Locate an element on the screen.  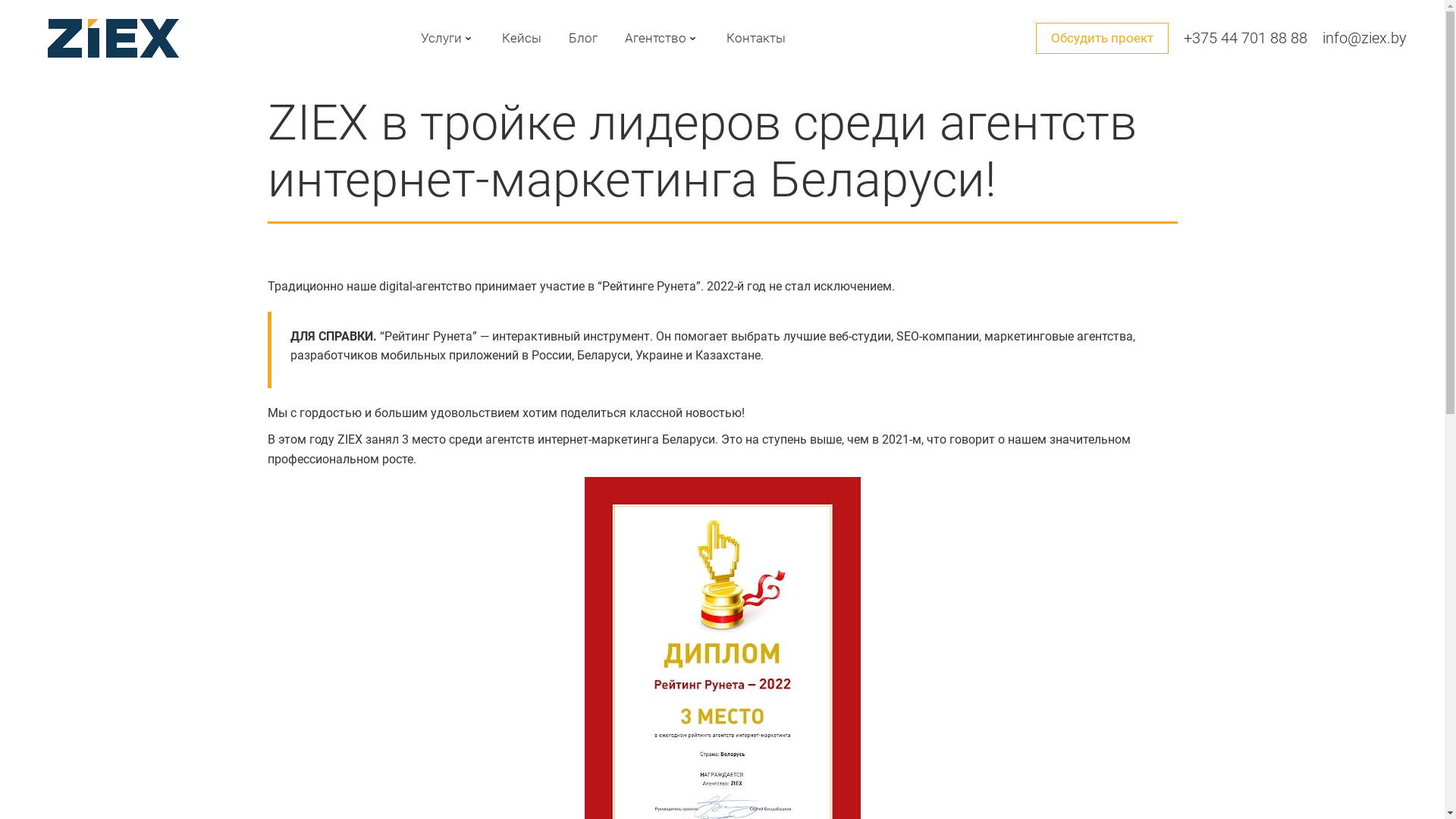
'+375 44 701 88 88' is located at coordinates (1245, 37).